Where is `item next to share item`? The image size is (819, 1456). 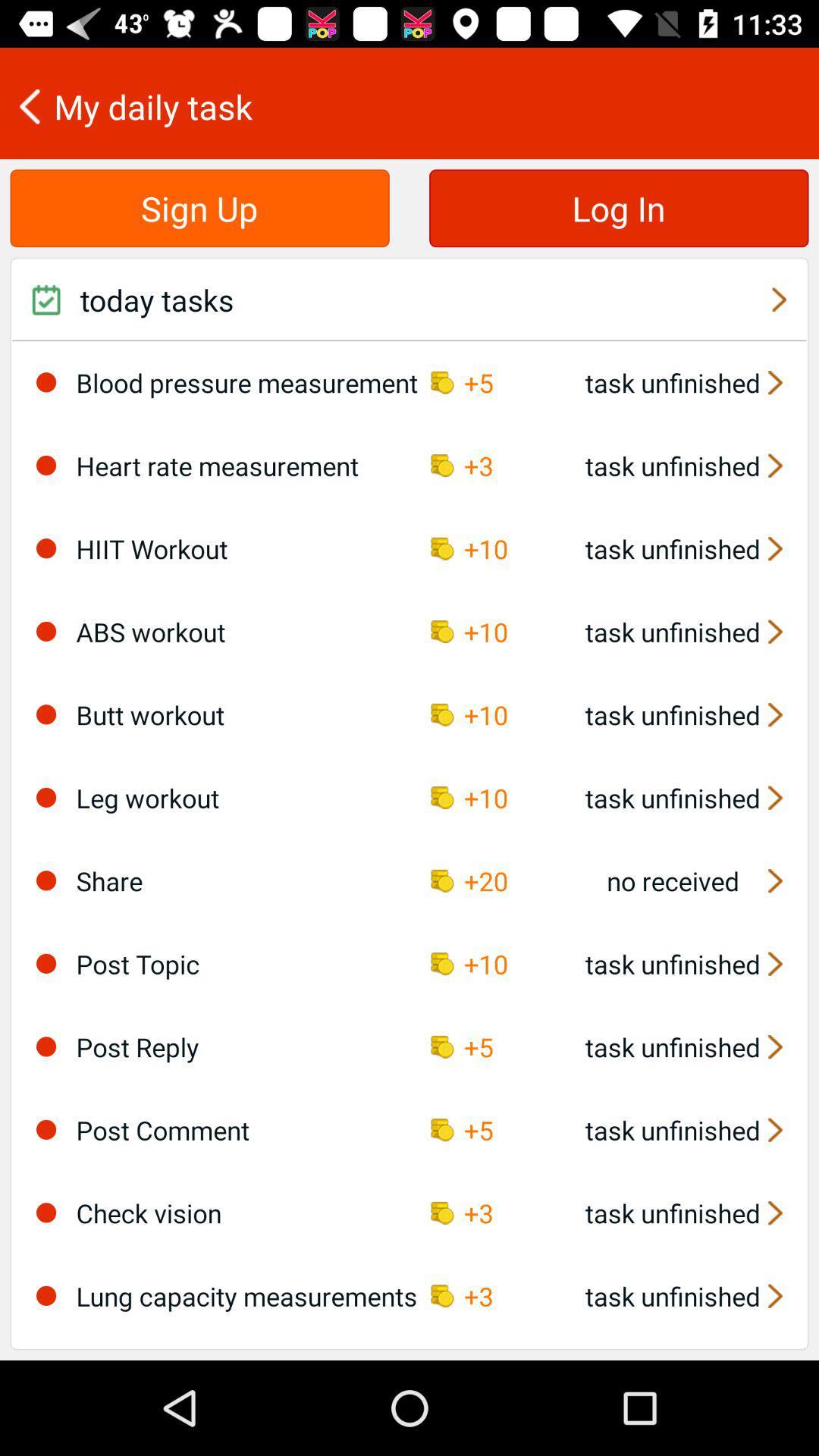 item next to share item is located at coordinates (45, 880).